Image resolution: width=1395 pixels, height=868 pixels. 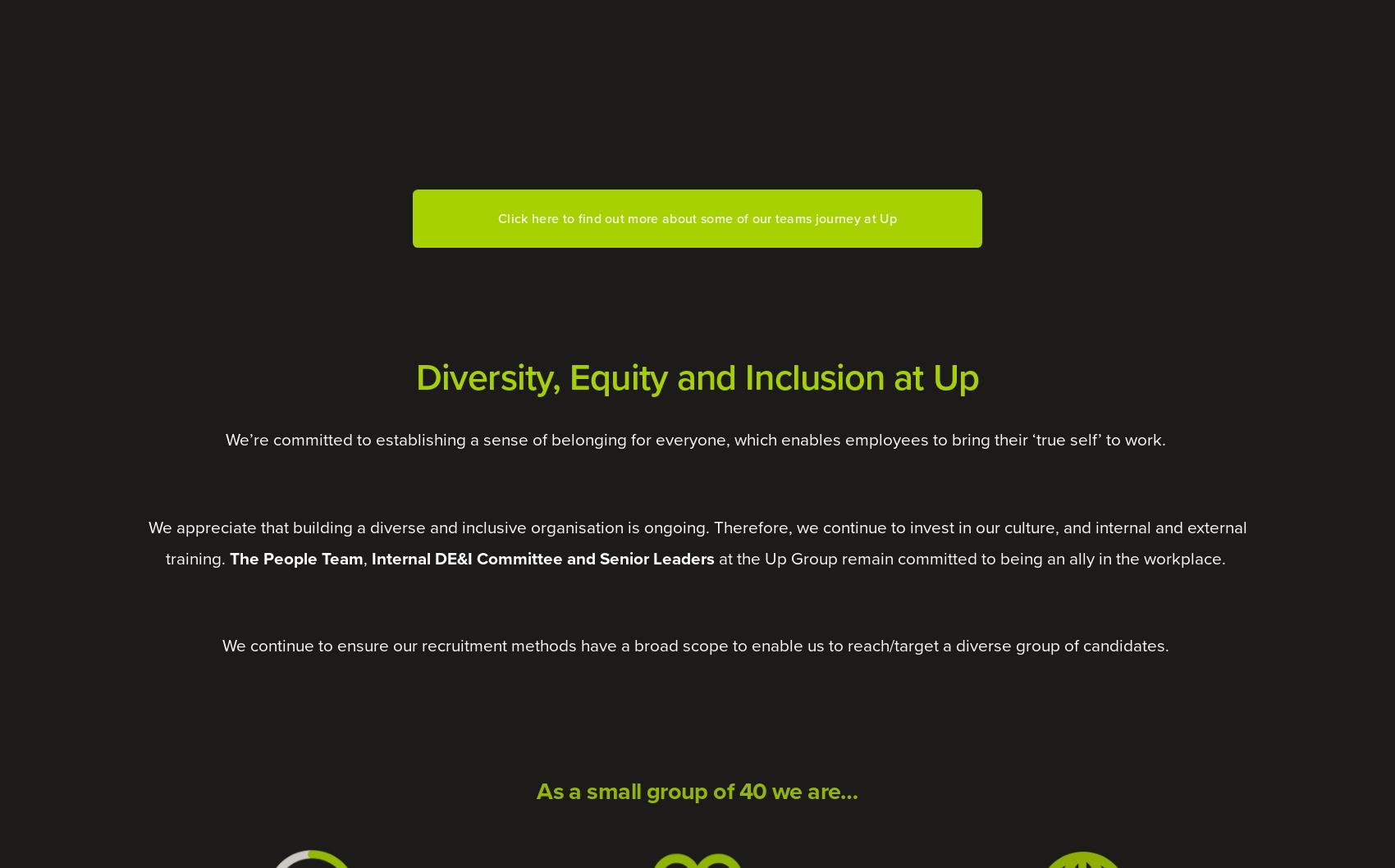 I want to click on 'and Senior Leaders', so click(x=638, y=556).